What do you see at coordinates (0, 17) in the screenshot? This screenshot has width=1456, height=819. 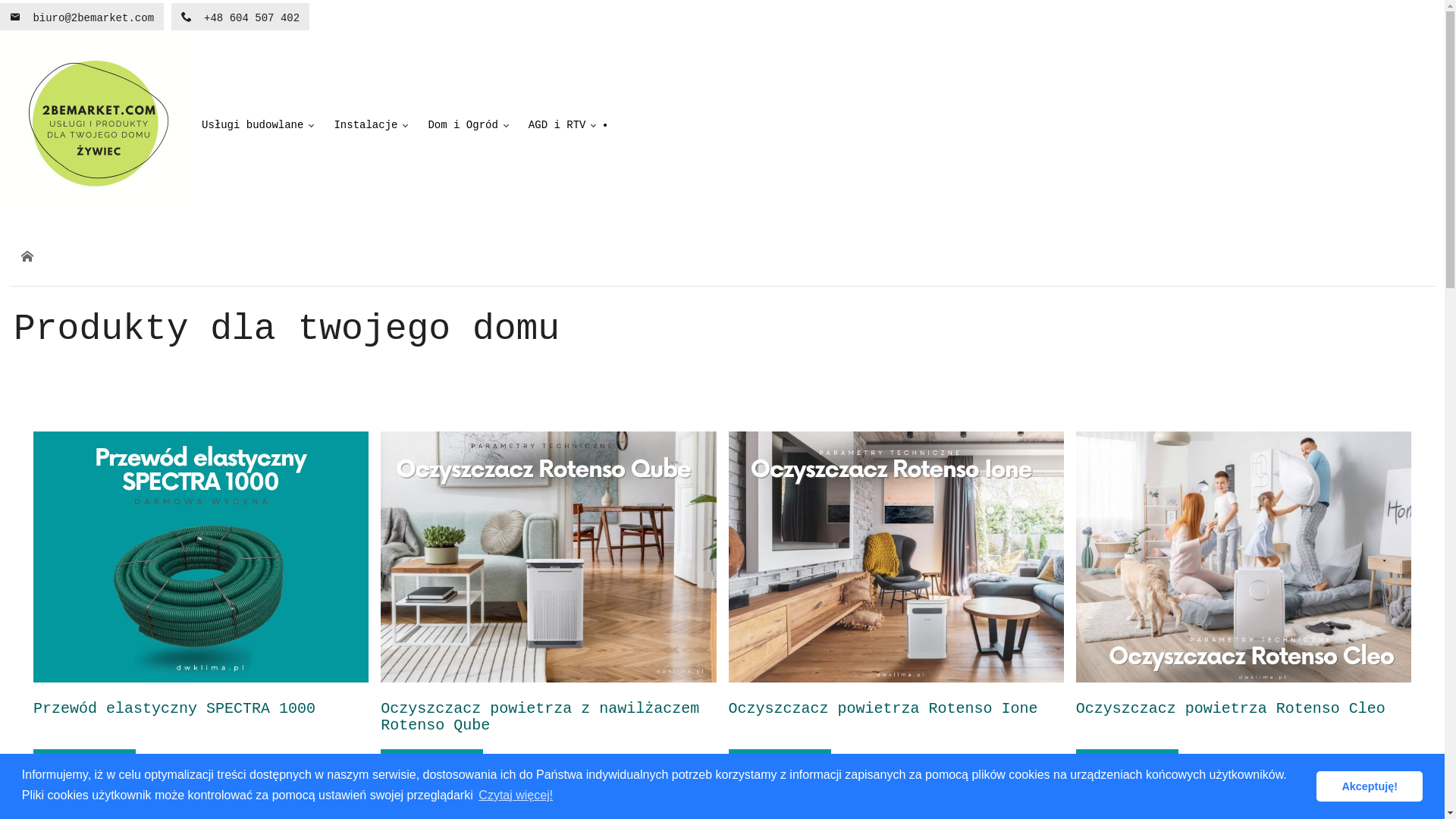 I see `'biuro@2bemarket.com'` at bounding box center [0, 17].